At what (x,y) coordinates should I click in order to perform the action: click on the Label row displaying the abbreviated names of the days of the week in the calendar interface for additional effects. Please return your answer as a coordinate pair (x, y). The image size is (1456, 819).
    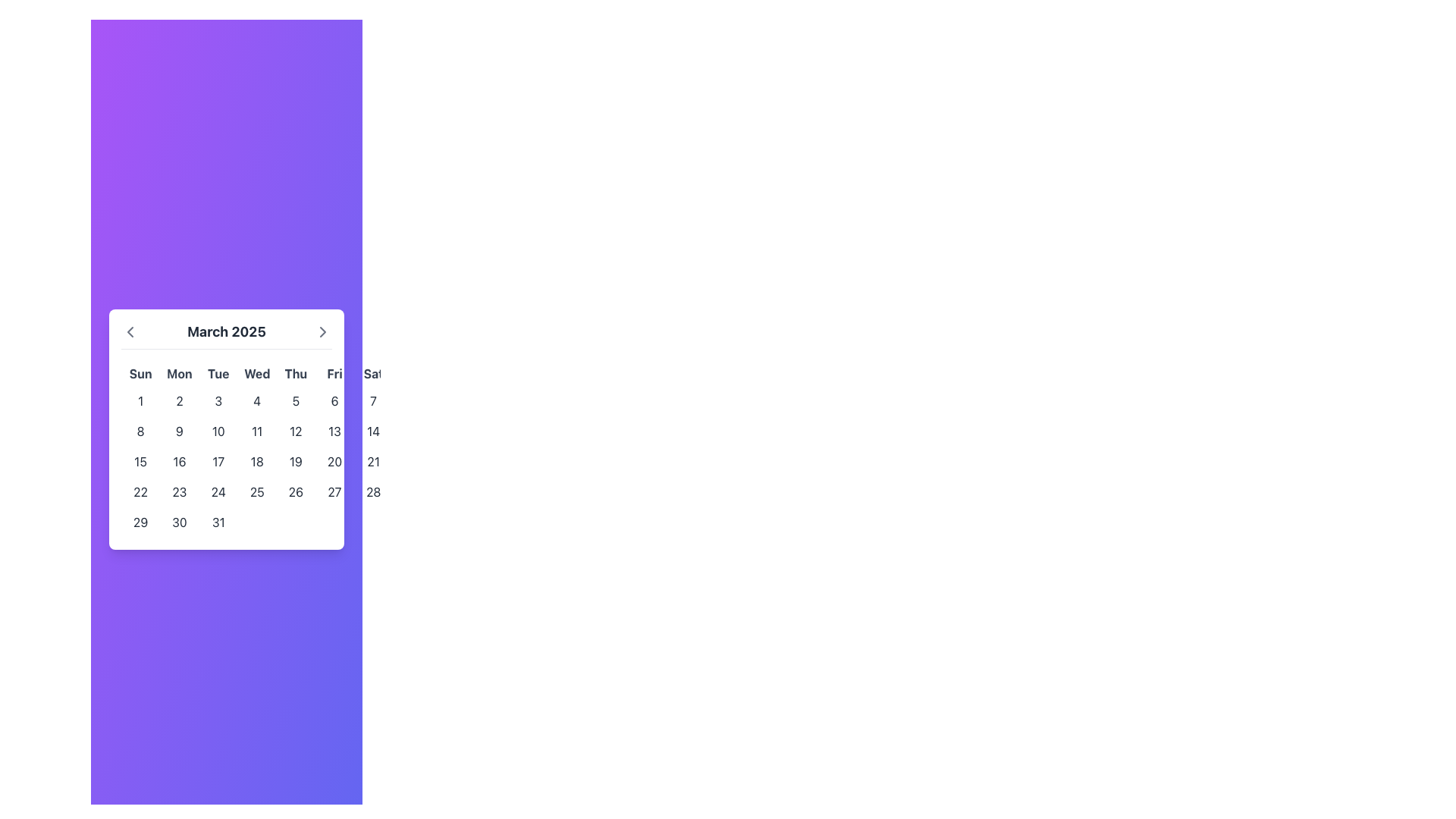
    Looking at the image, I should click on (257, 373).